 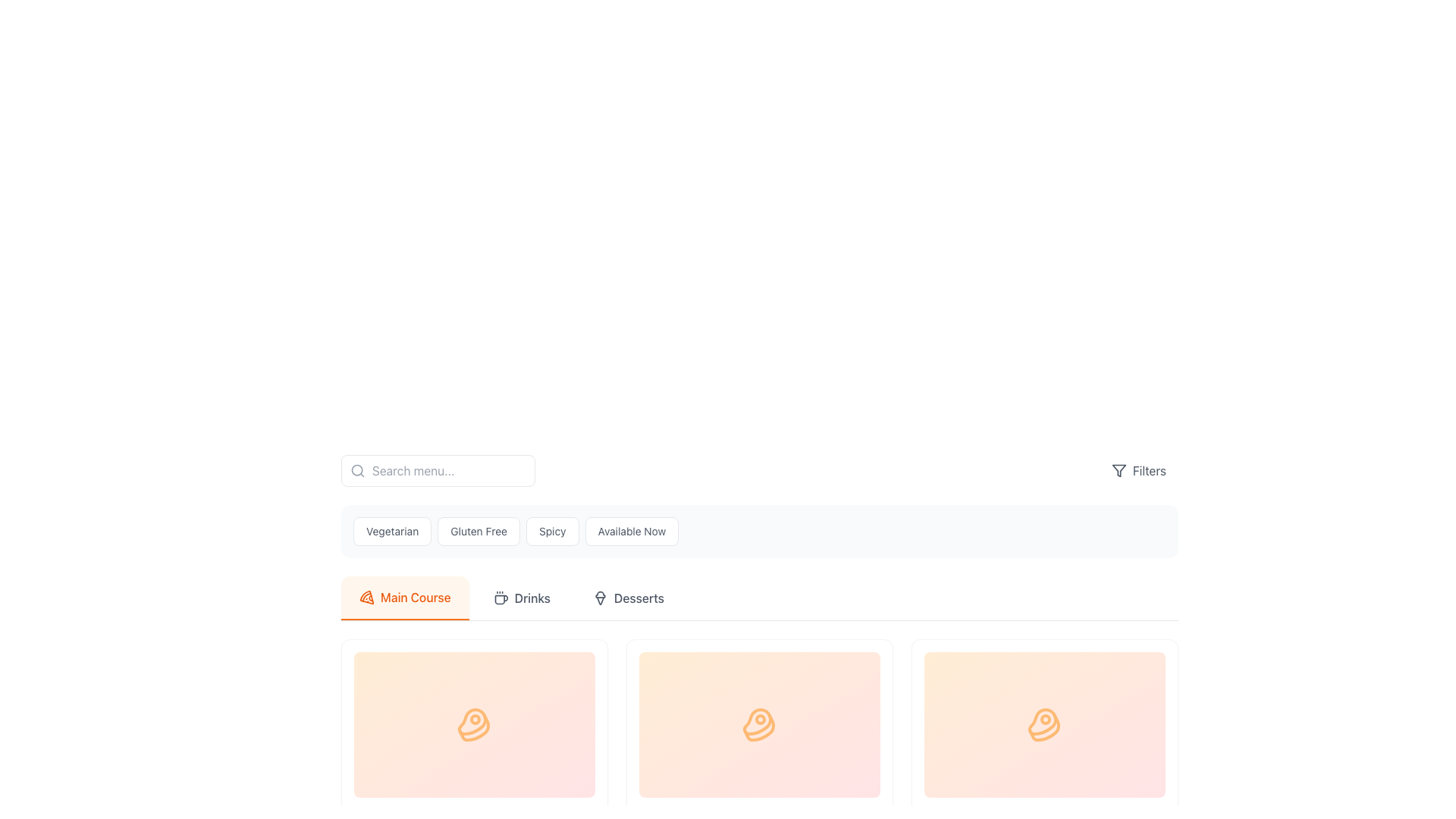 I want to click on the text label displaying 'Desserts' located in the top-right corner of the navigation bar, which is styled in medium-weight dark gray font, so click(x=639, y=598).